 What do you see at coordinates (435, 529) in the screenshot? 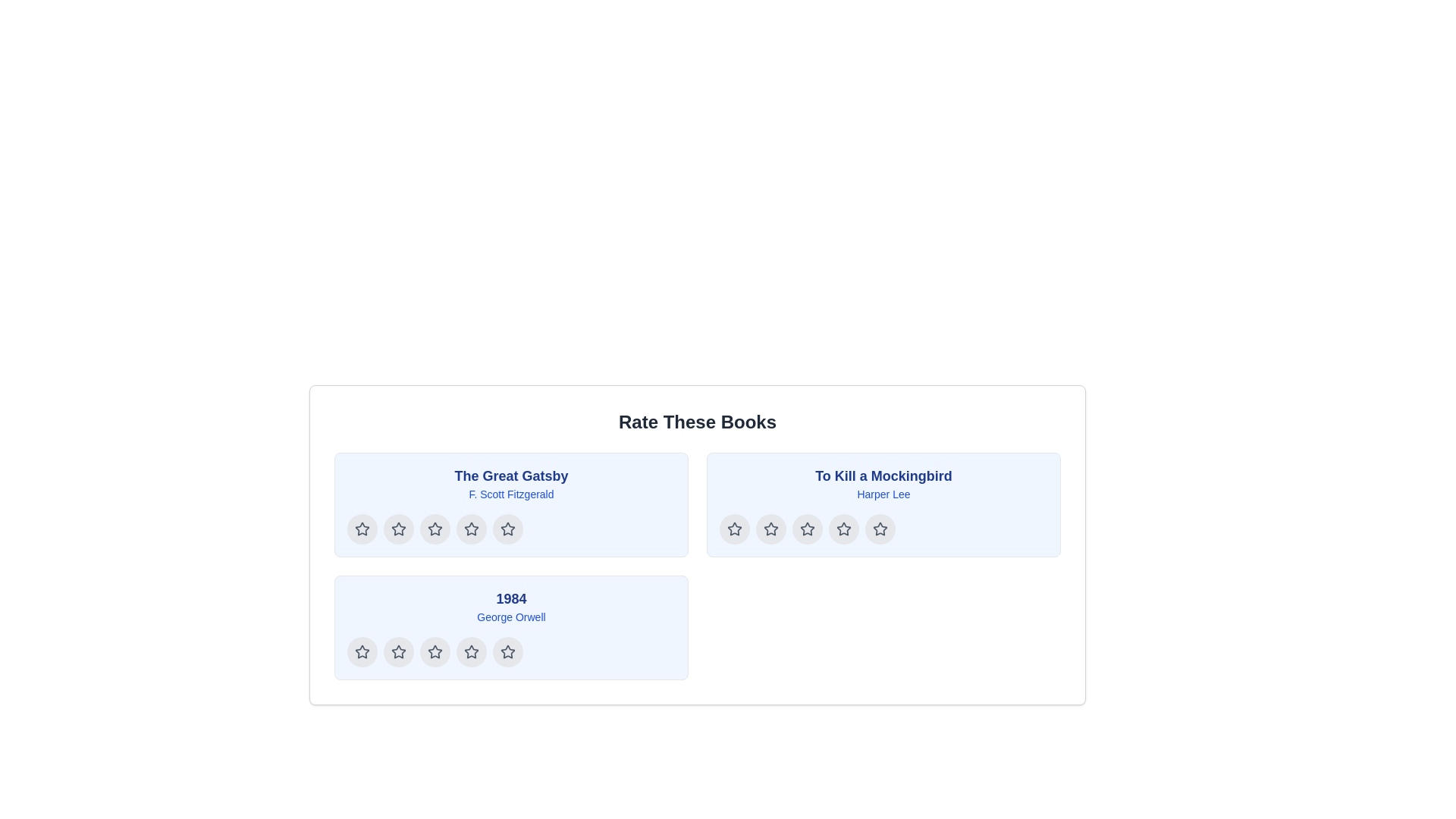
I see `the star icon` at bounding box center [435, 529].